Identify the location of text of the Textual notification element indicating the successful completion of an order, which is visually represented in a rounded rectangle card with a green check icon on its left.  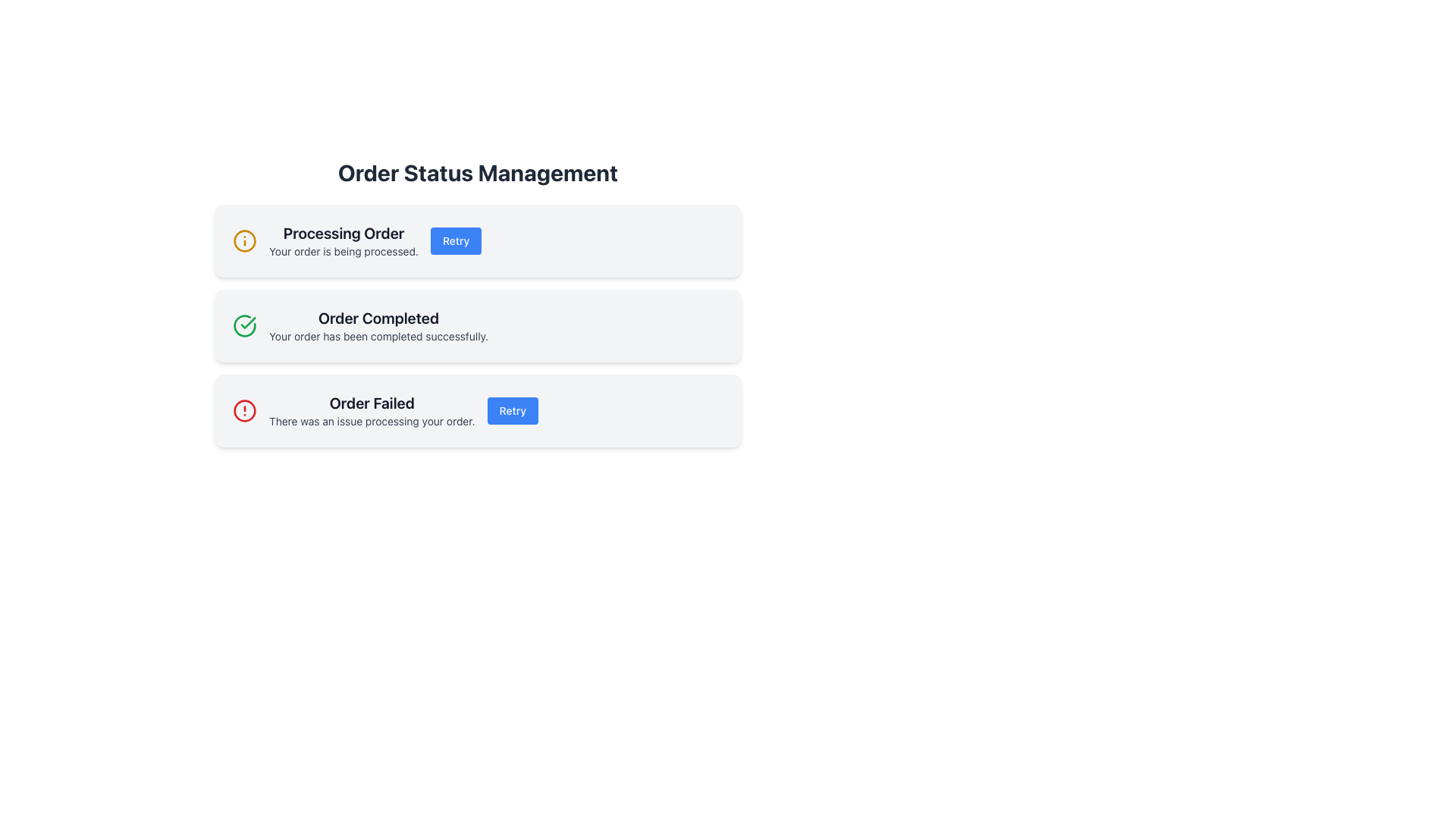
(378, 325).